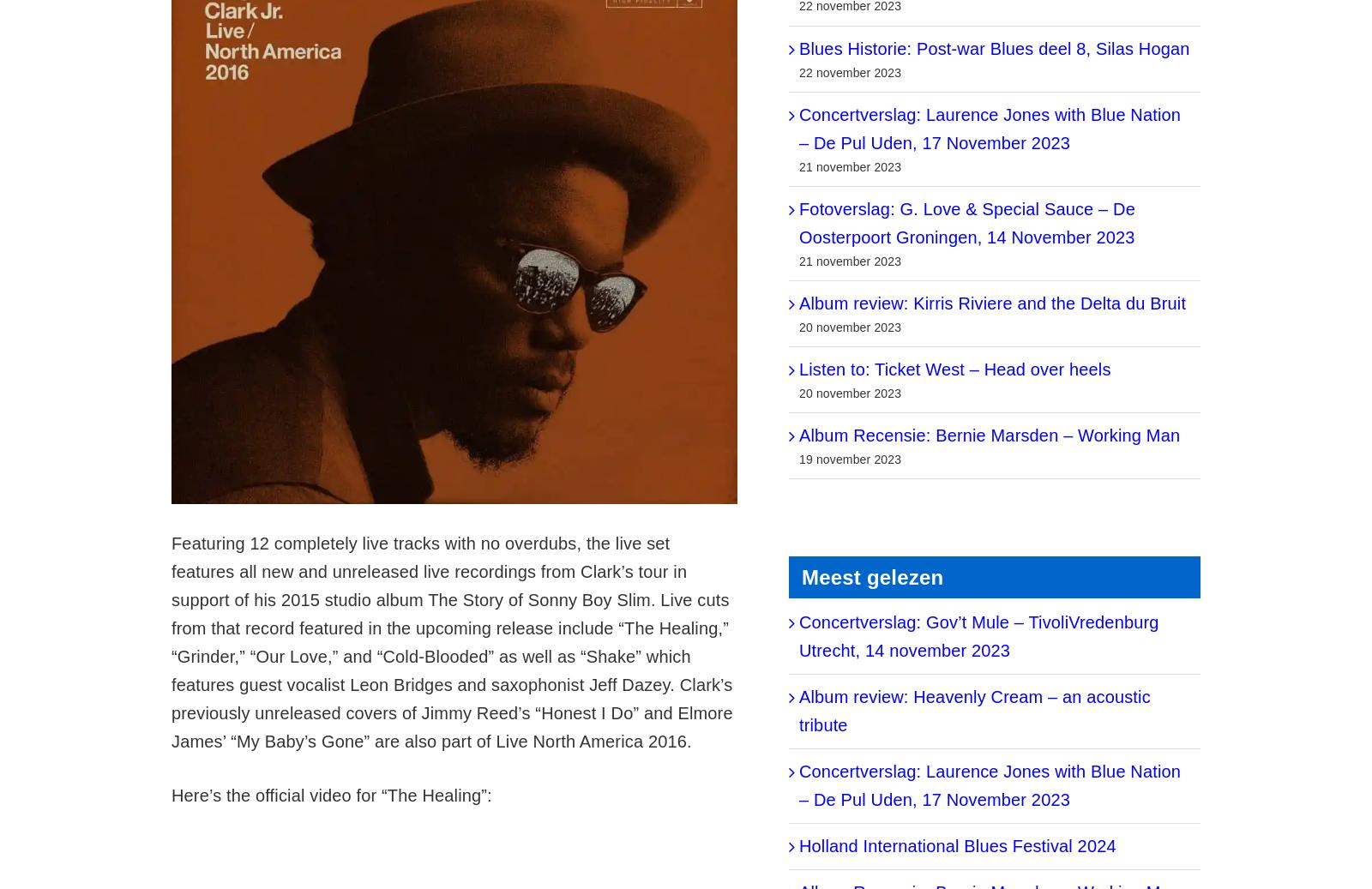 The height and width of the screenshot is (889, 1372). Describe the element at coordinates (872, 577) in the screenshot. I see `'Meest gelezen'` at that location.